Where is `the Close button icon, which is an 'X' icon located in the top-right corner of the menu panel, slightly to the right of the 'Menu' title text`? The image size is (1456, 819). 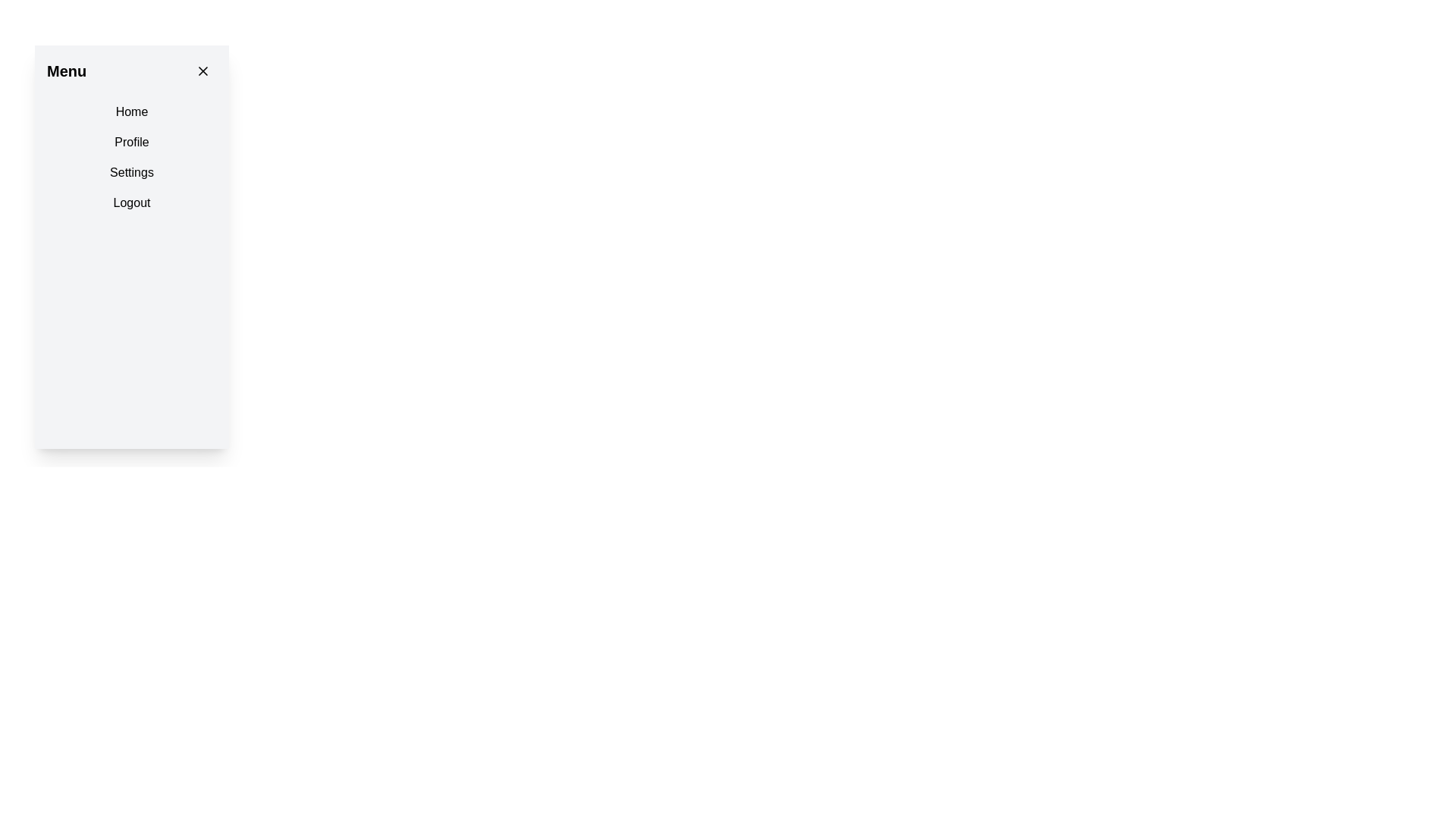
the Close button icon, which is an 'X' icon located in the top-right corner of the menu panel, slightly to the right of the 'Menu' title text is located at coordinates (202, 71).